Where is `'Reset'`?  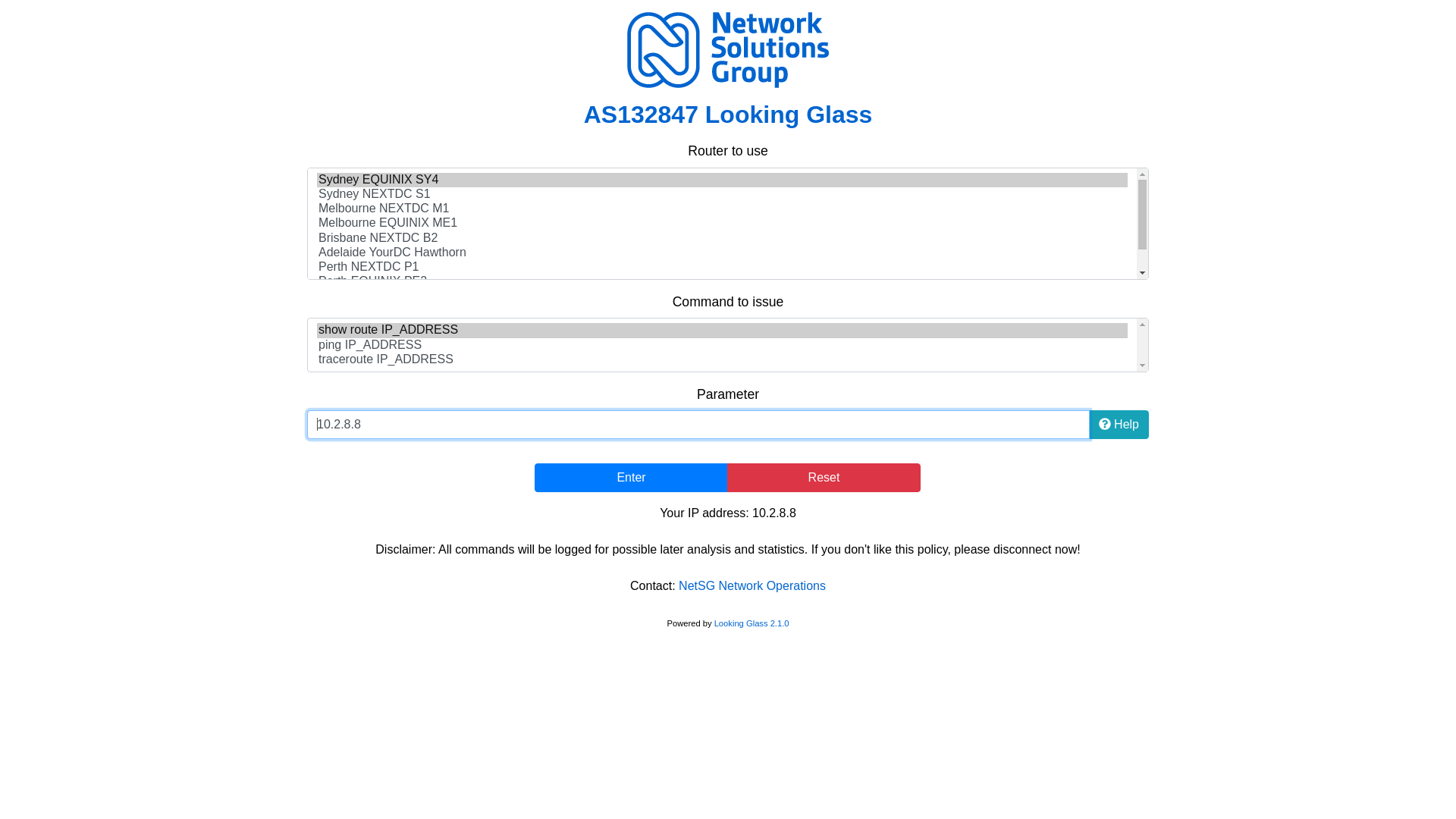 'Reset' is located at coordinates (726, 476).